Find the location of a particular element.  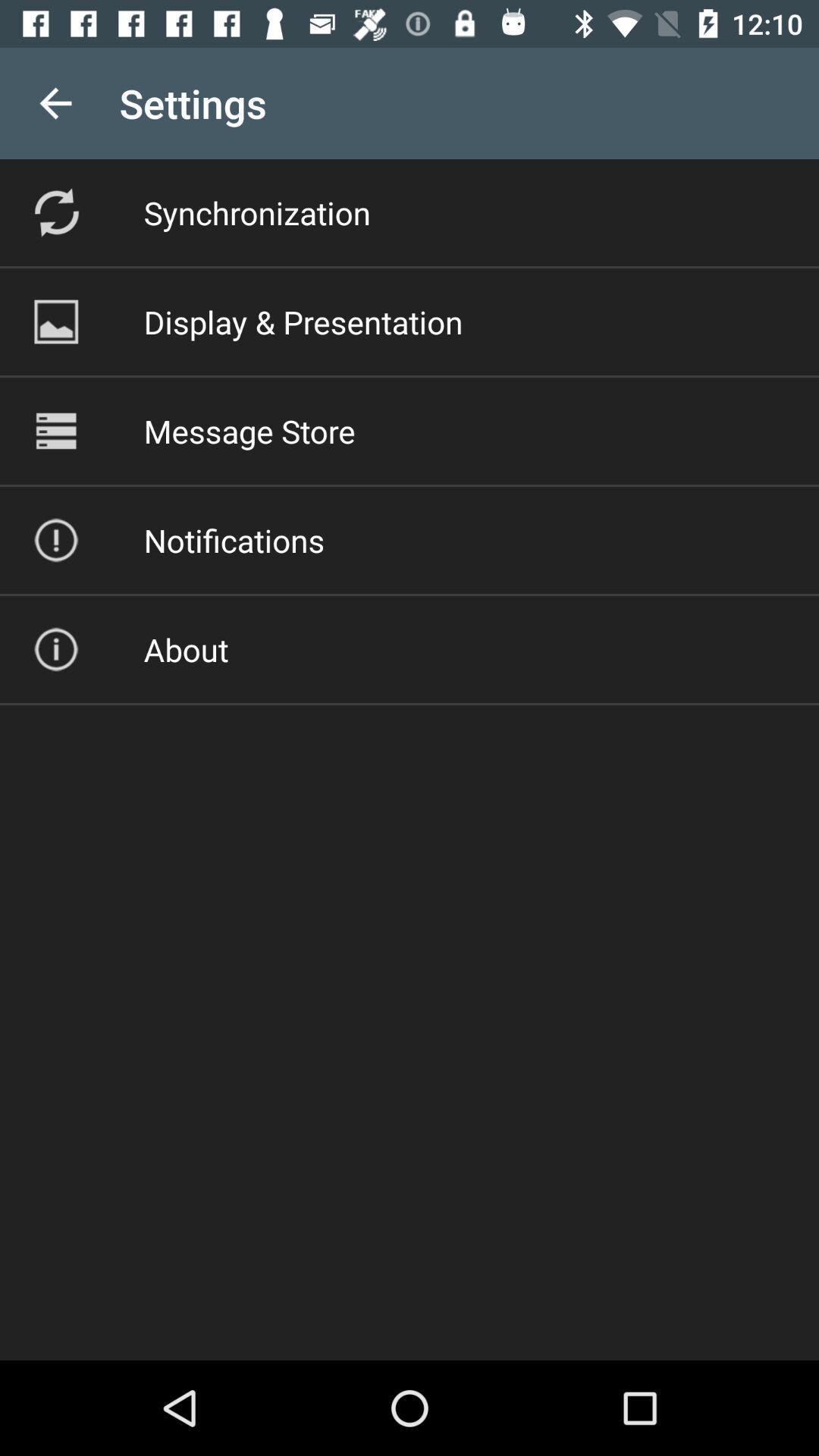

the synchronization item is located at coordinates (256, 212).